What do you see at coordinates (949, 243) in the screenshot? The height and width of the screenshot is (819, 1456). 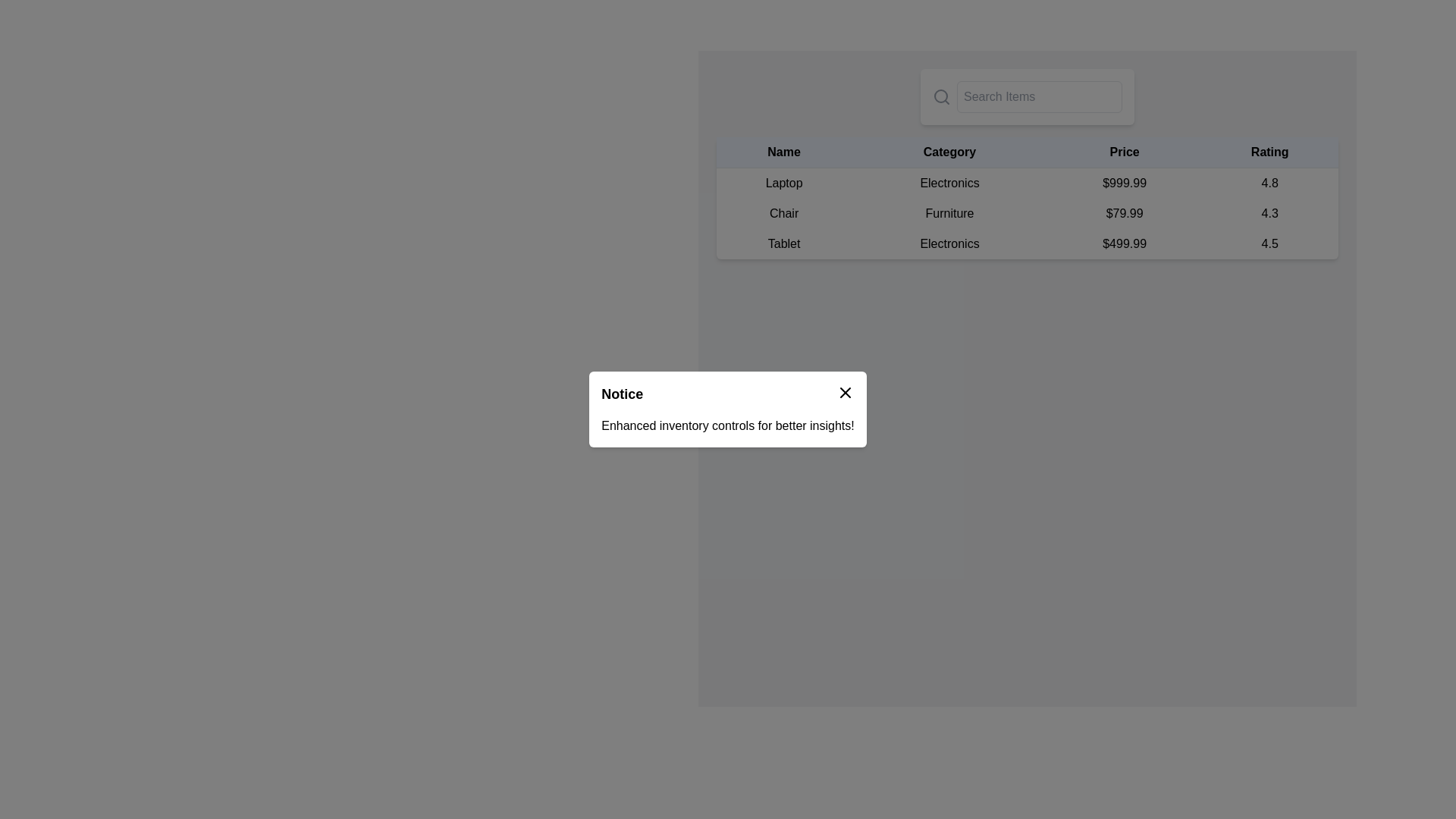 I see `the static text label that describes the item 'Tablet', located between the 'Tablet' text and the price text '$499.99'` at bounding box center [949, 243].